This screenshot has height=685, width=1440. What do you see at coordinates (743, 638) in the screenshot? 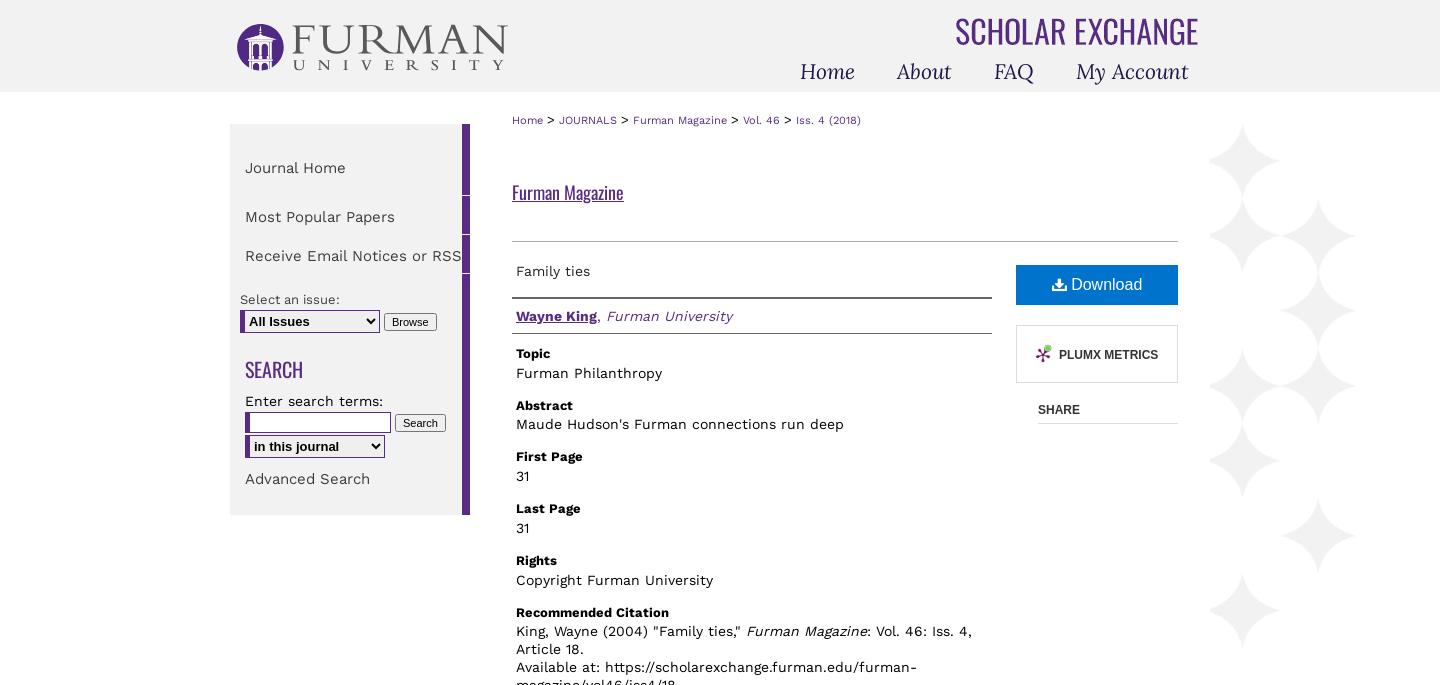
I see `': Vol. 46:
Iss.
4, Article 18.'` at bounding box center [743, 638].